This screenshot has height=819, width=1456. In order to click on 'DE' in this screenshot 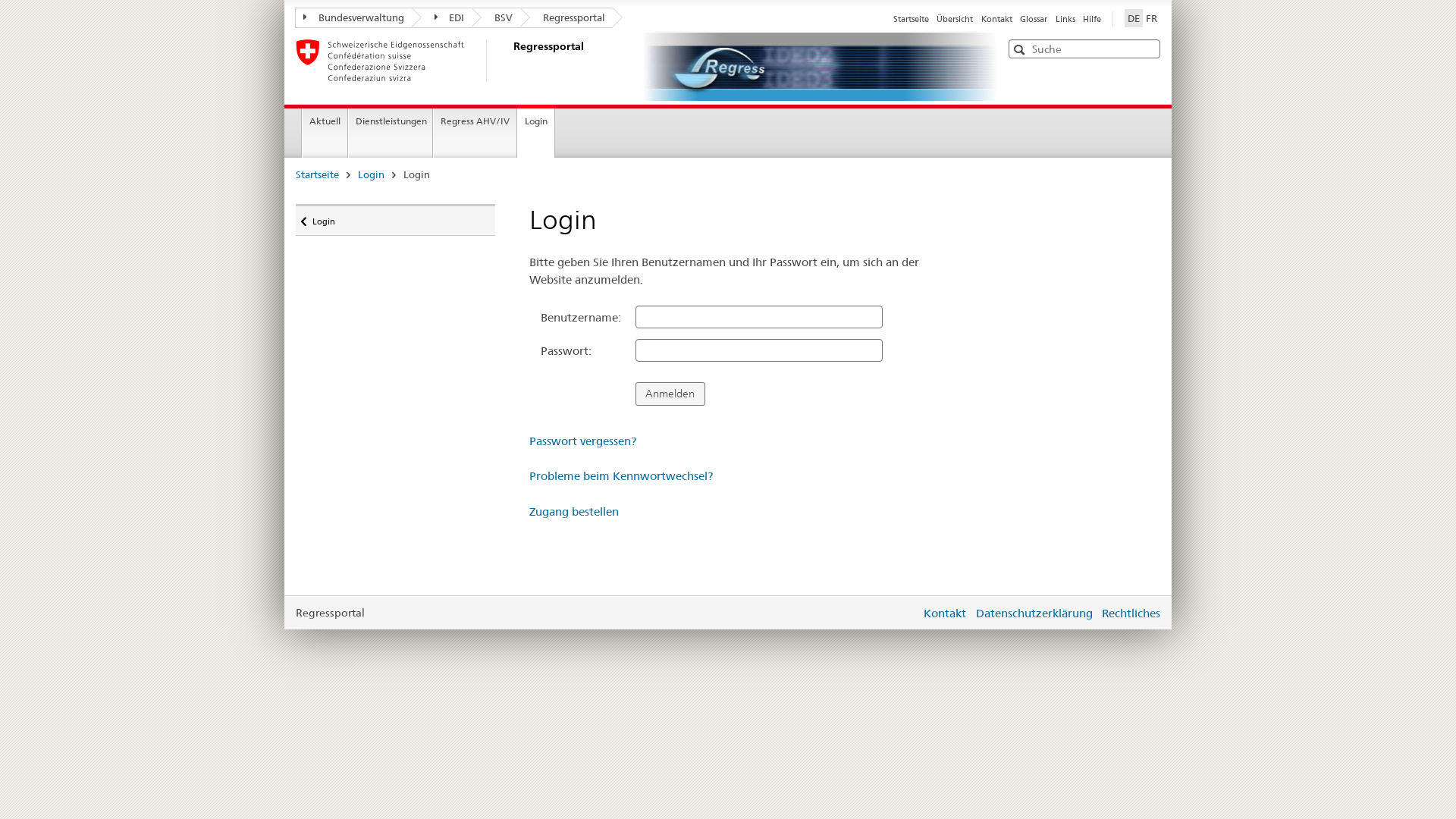, I will do `click(1125, 17)`.